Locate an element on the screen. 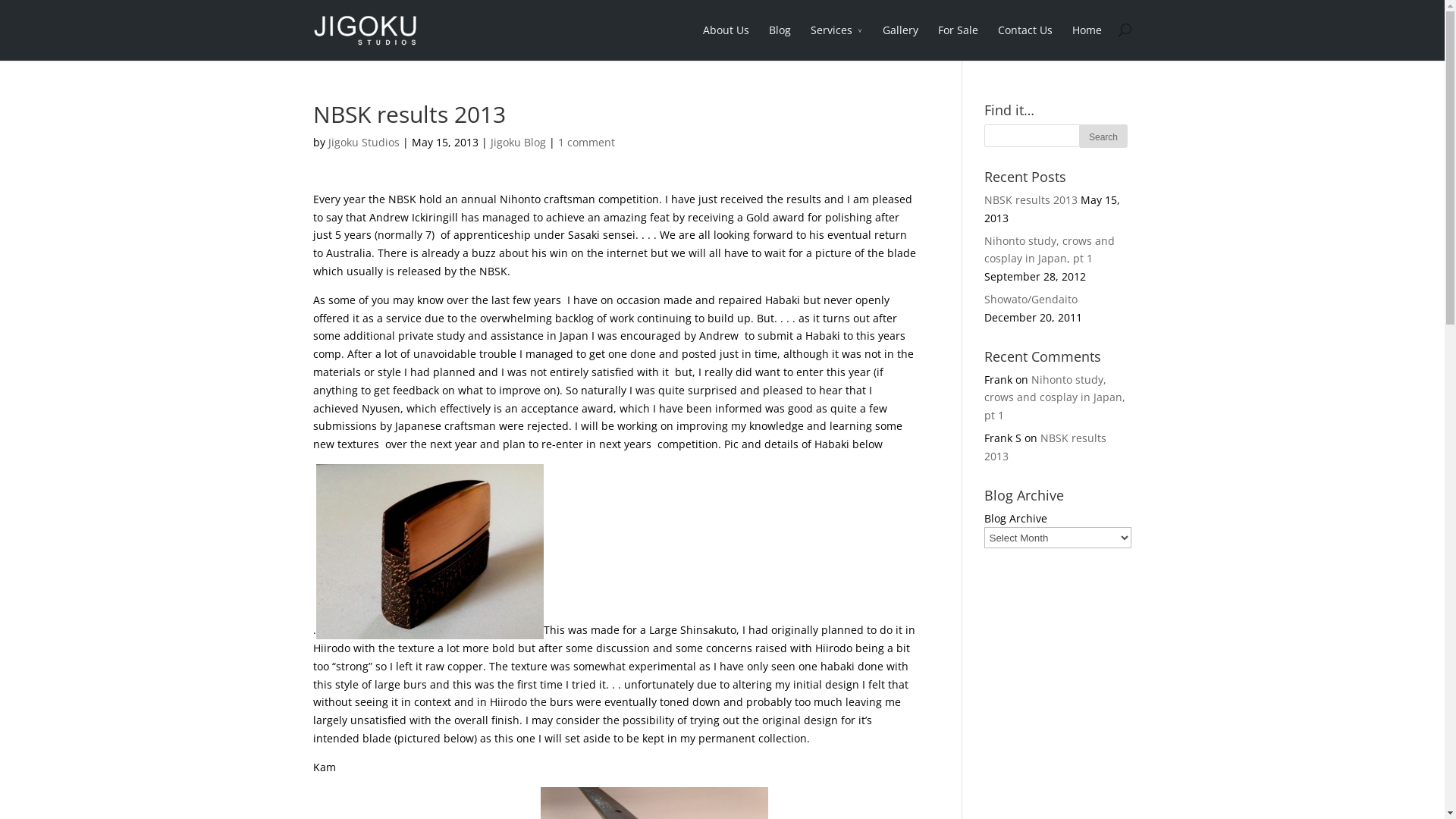 This screenshot has height=819, width=1456. 'About Us' is located at coordinates (724, 40).